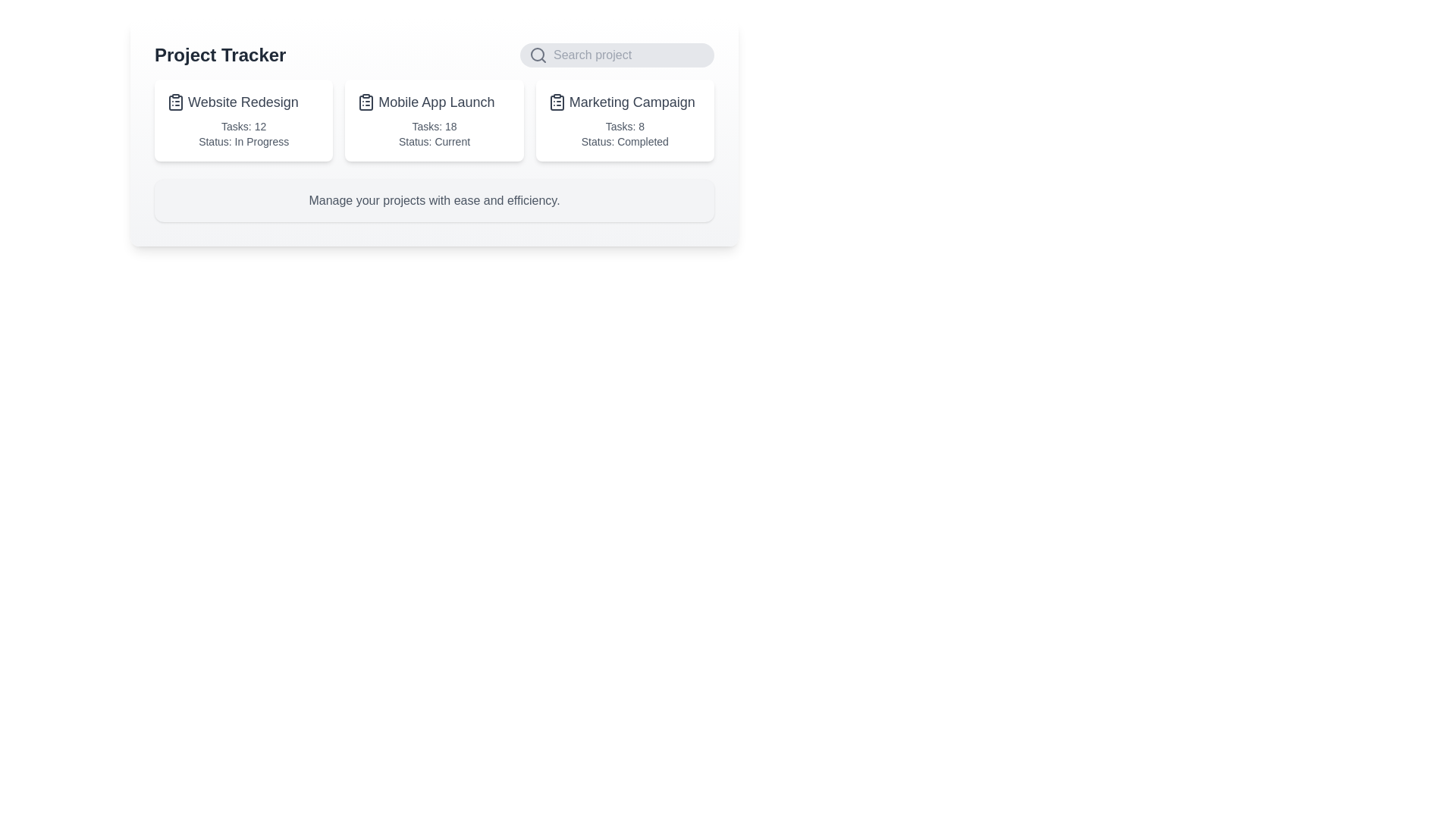 The width and height of the screenshot is (1456, 819). What do you see at coordinates (366, 102) in the screenshot?
I see `the icon representing the 'Mobile App Launch' category` at bounding box center [366, 102].